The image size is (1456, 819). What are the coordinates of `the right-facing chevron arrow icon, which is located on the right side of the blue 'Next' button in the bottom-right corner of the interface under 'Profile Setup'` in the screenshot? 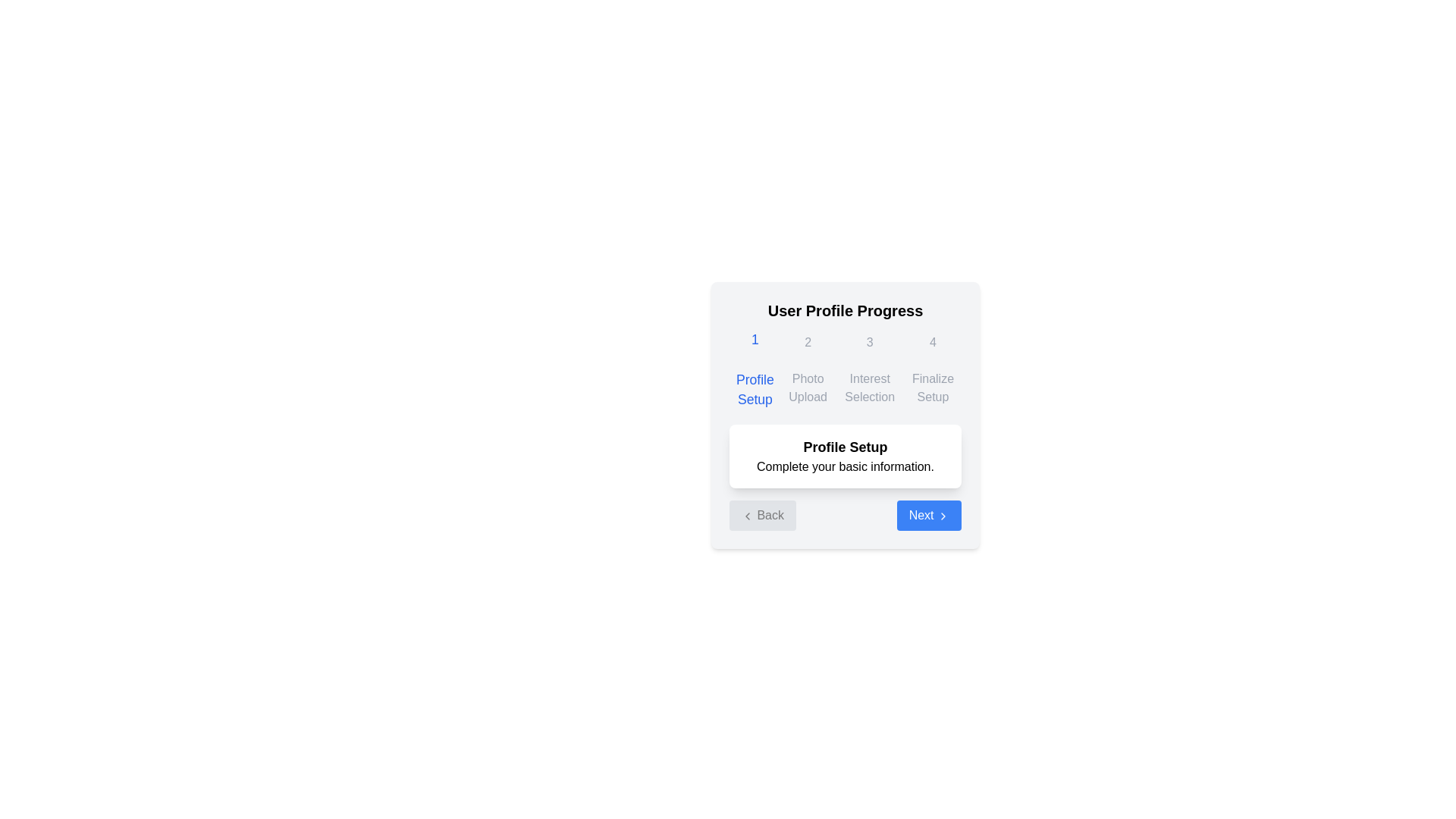 It's located at (942, 514).